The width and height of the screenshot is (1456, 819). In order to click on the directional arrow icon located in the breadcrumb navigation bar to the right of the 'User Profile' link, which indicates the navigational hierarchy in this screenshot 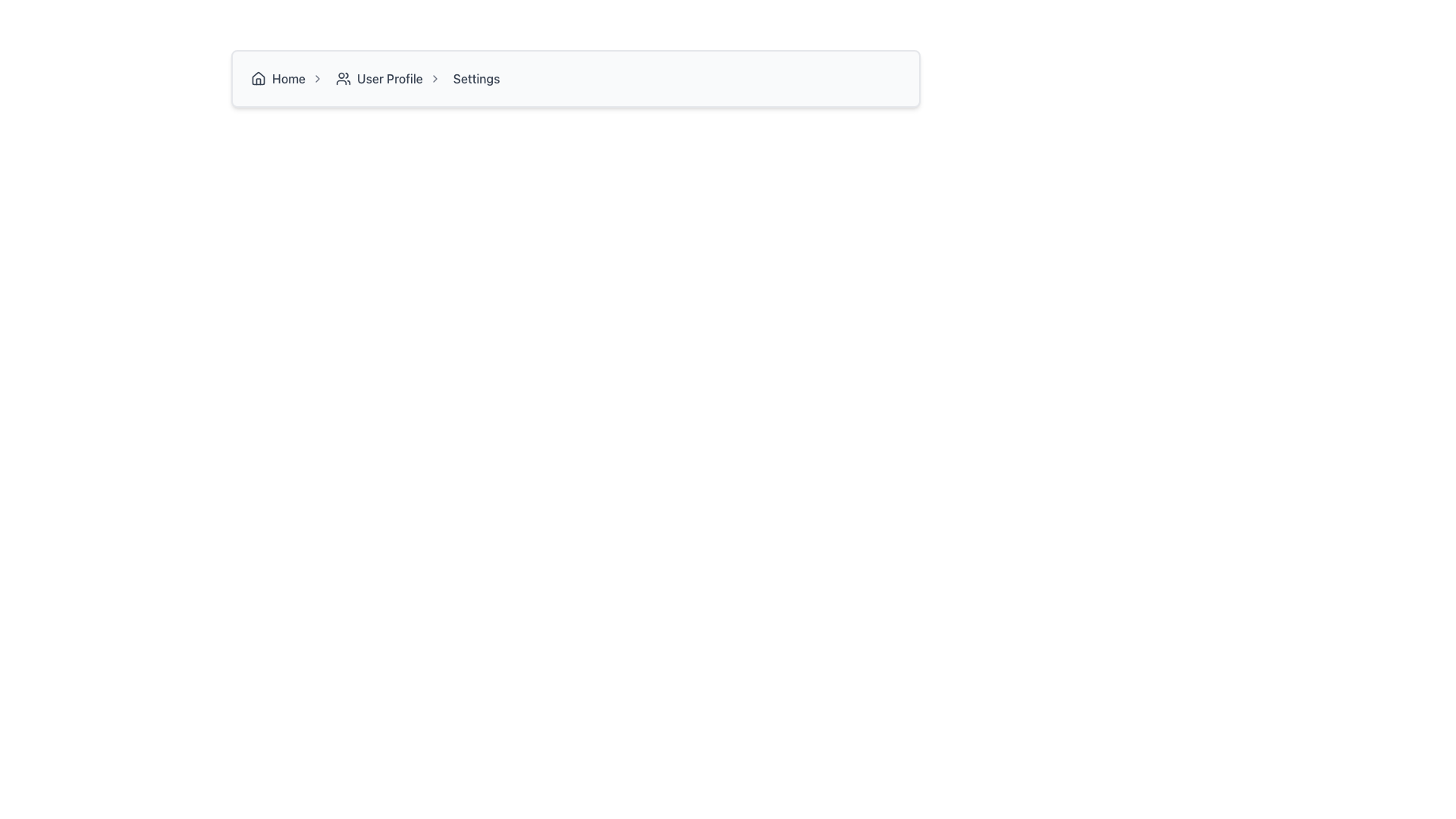, I will do `click(434, 79)`.